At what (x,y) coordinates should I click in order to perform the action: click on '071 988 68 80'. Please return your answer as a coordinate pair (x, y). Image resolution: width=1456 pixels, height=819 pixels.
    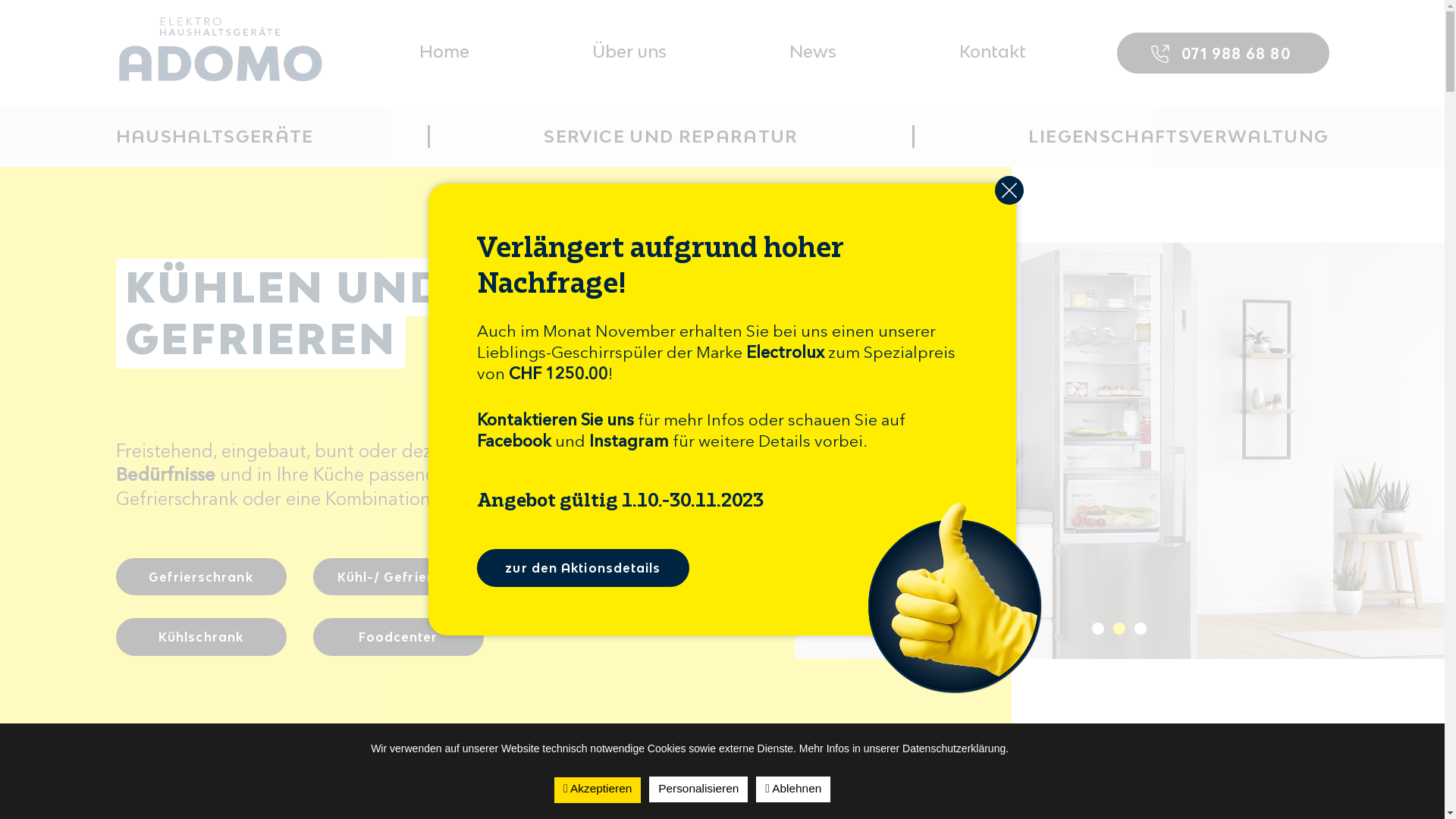
    Looking at the image, I should click on (1222, 52).